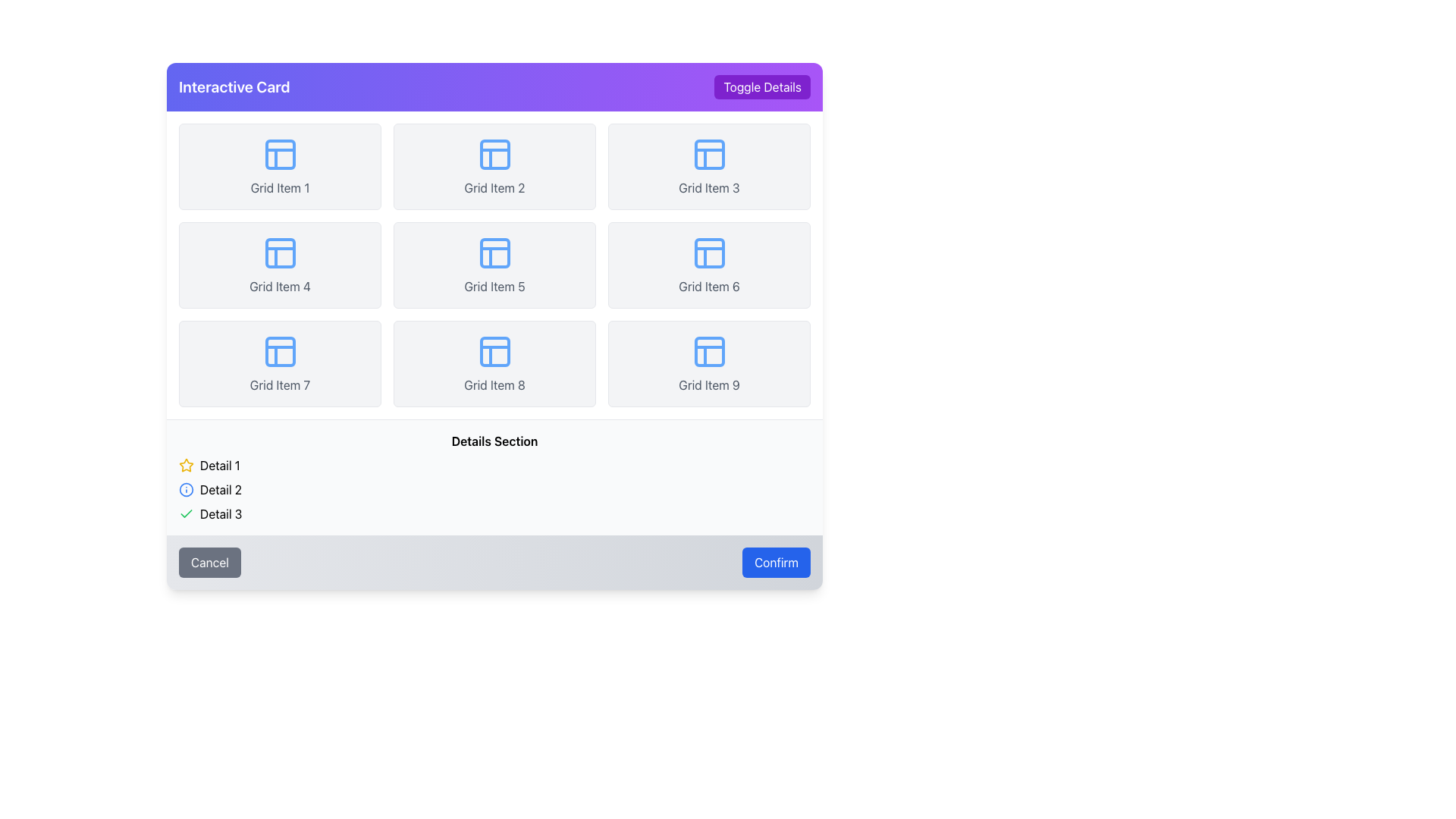 This screenshot has width=1456, height=819. What do you see at coordinates (185, 513) in the screenshot?
I see `the status indication icon located to the left of the 'Detail 3' text in the 'Details Section'` at bounding box center [185, 513].